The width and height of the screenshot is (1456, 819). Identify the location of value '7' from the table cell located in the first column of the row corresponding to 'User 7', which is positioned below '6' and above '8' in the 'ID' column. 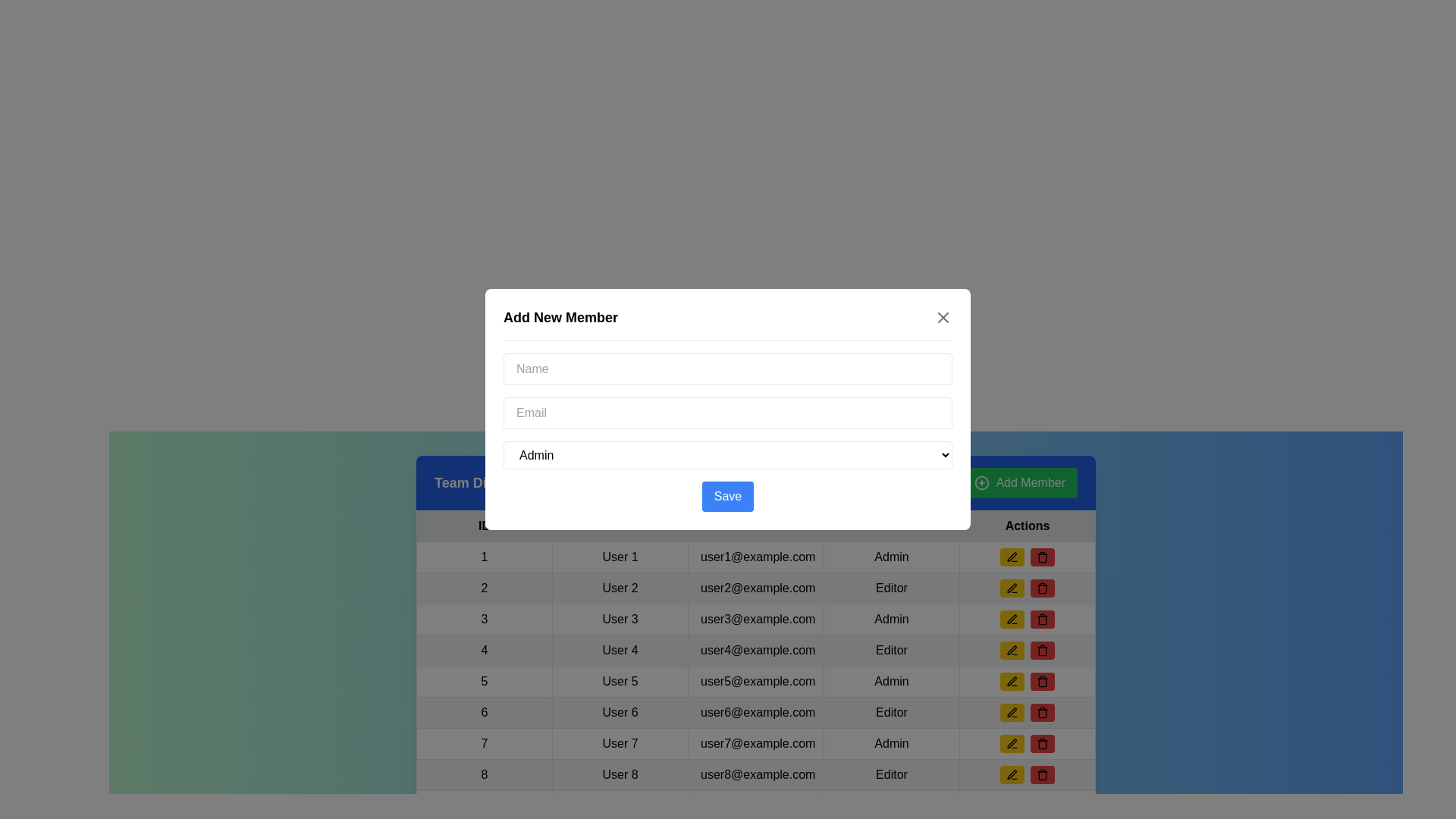
(483, 742).